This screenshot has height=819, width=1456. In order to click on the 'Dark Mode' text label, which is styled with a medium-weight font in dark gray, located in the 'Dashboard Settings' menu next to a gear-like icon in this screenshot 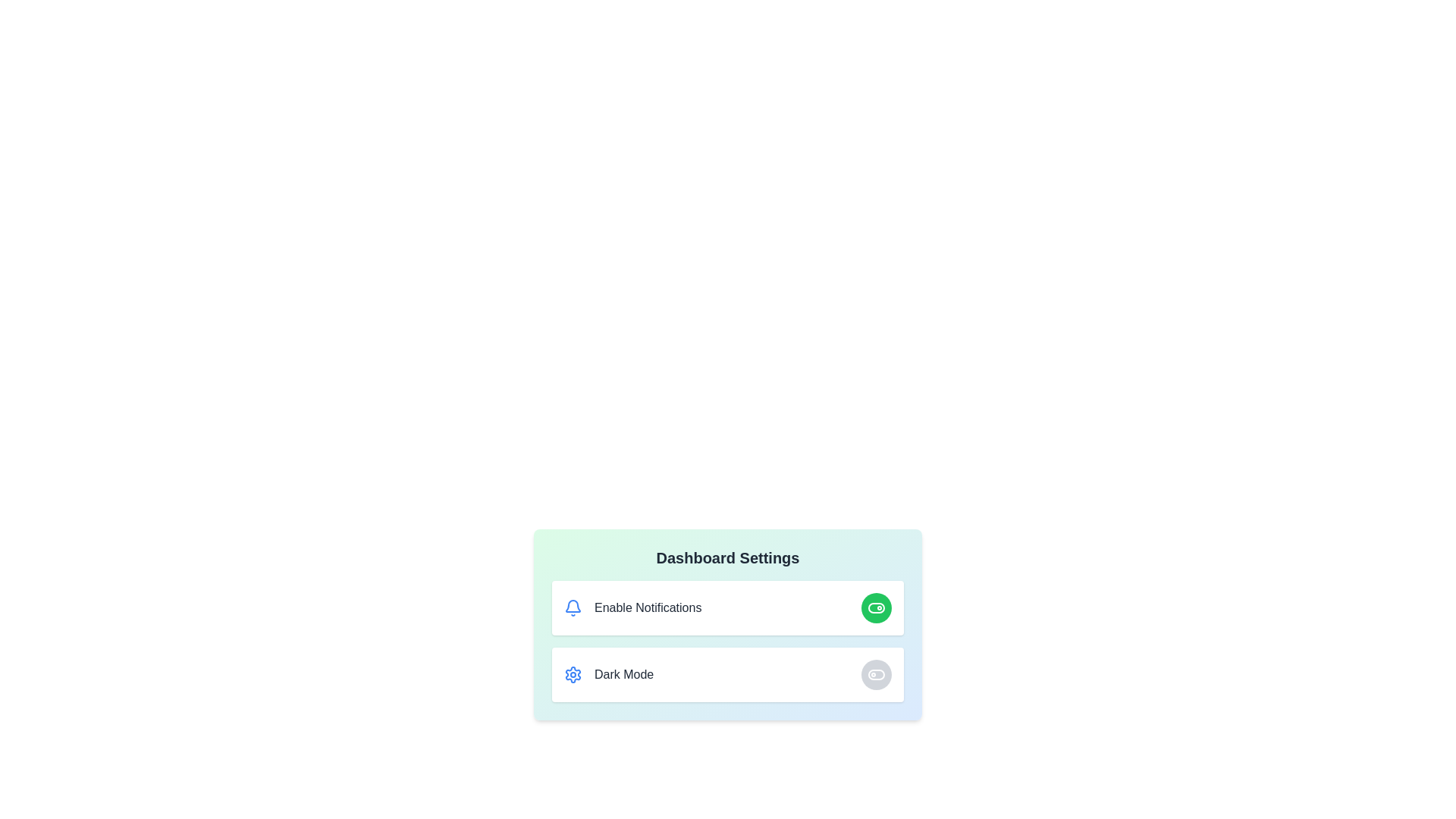, I will do `click(624, 674)`.